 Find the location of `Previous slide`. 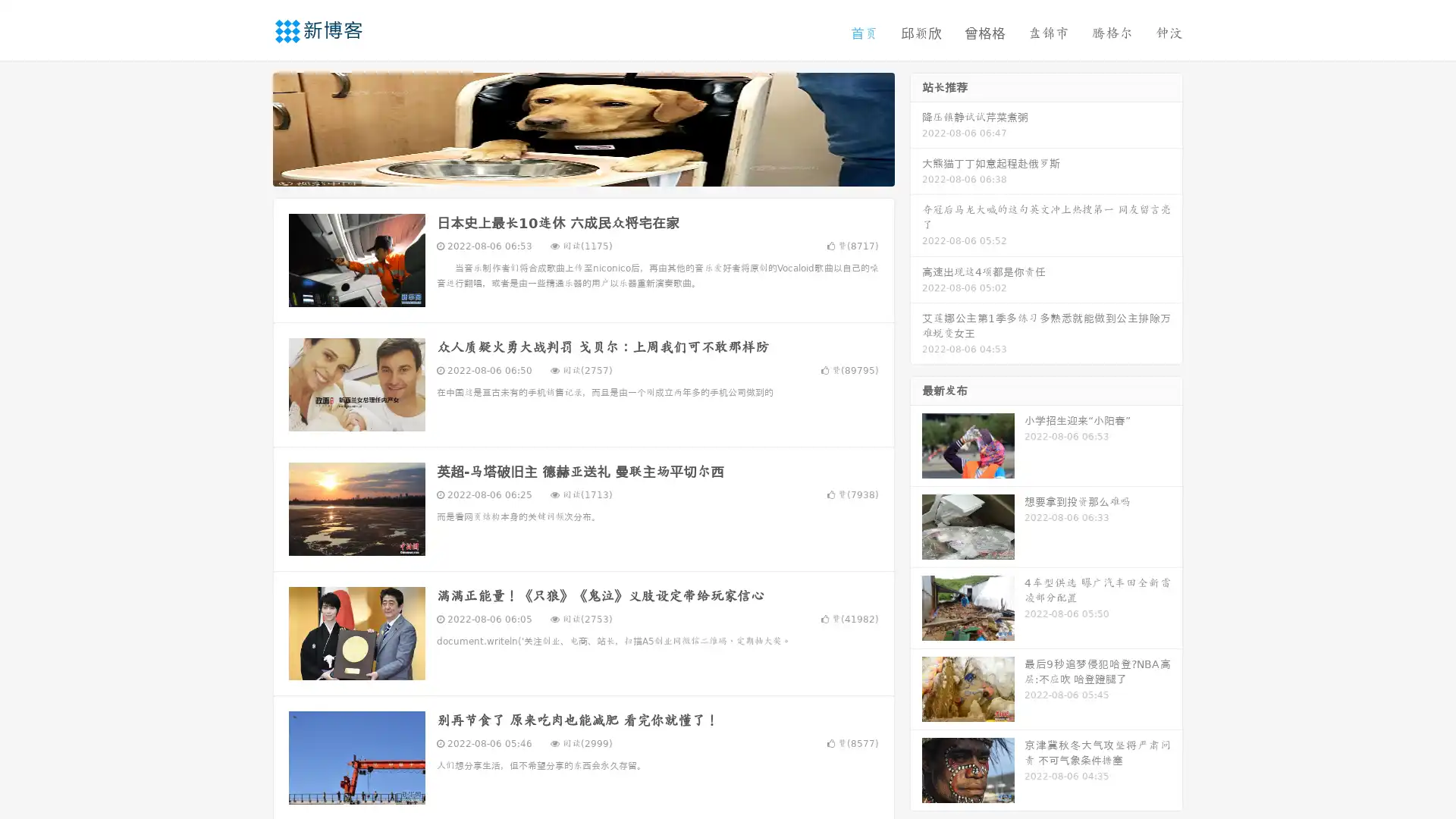

Previous slide is located at coordinates (250, 127).